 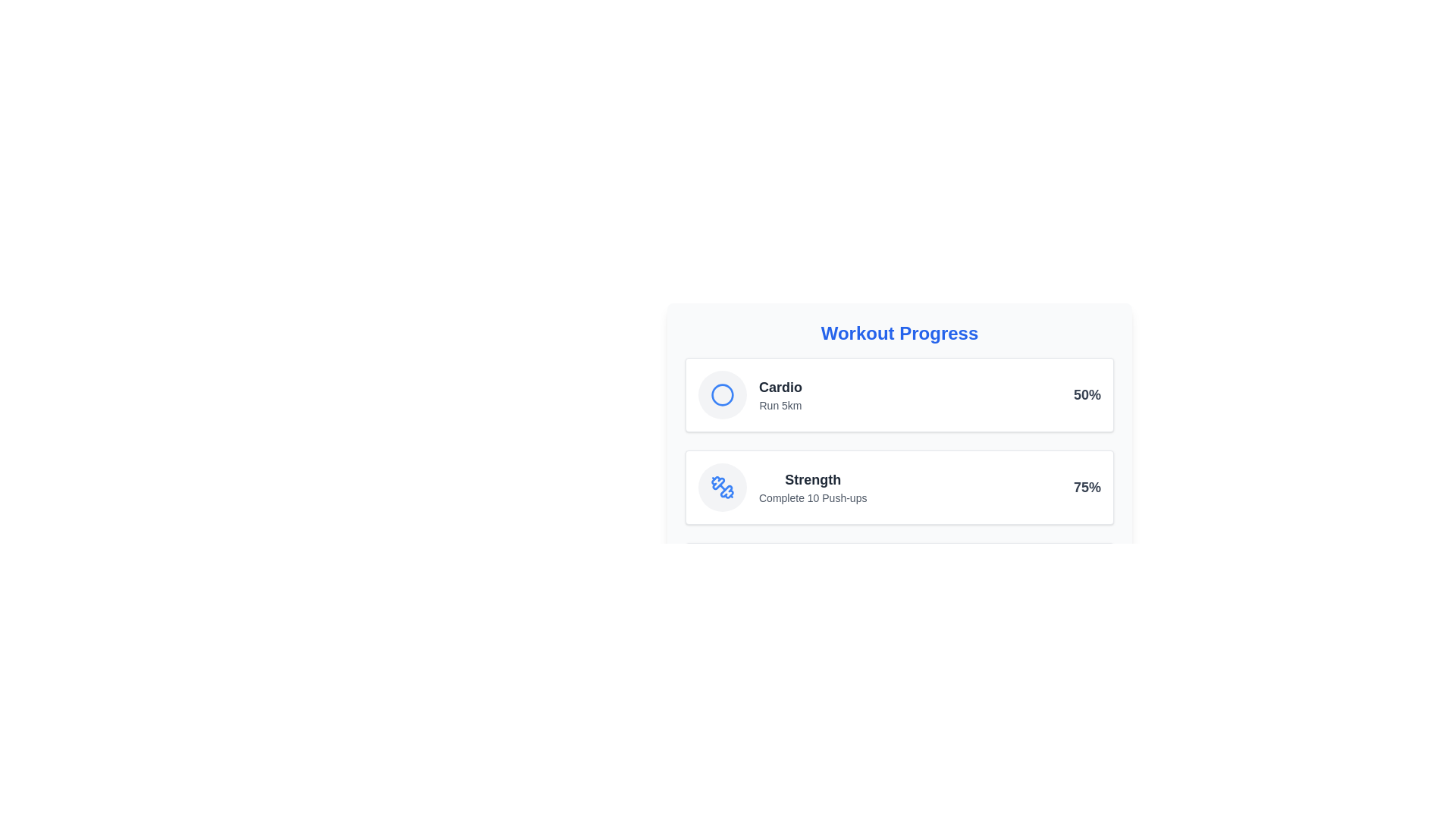 I want to click on the circular icon with a blue border and white fill located next to the text 'Cardio' in the 'Workout Progress' section, so click(x=722, y=394).